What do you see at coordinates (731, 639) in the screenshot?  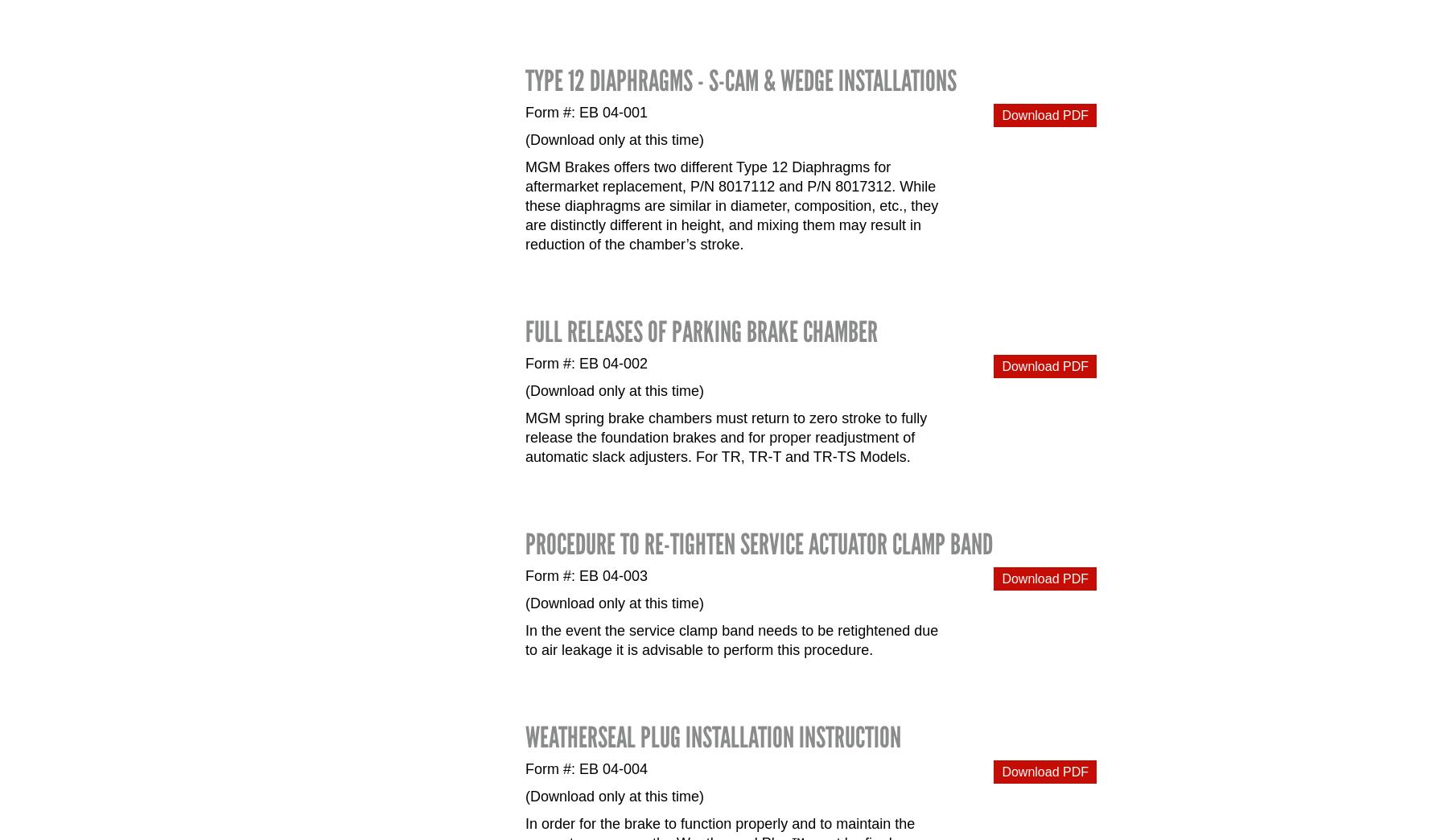 I see `'In the event the service clamp band needs to be retightened due to air leakage it is advisable to perform this procedure.'` at bounding box center [731, 639].